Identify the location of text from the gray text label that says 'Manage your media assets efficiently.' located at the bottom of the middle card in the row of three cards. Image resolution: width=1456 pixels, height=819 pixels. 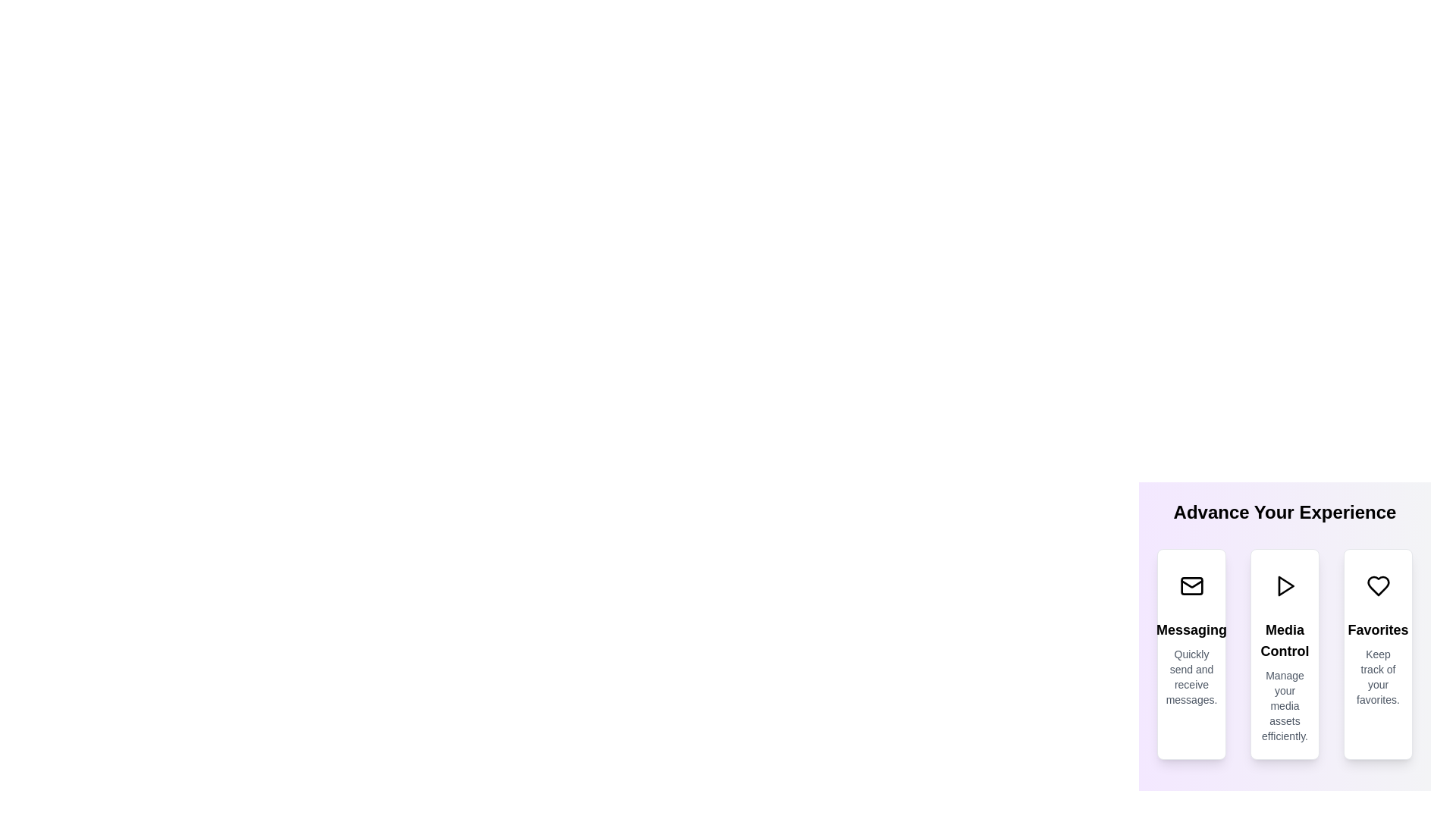
(1284, 705).